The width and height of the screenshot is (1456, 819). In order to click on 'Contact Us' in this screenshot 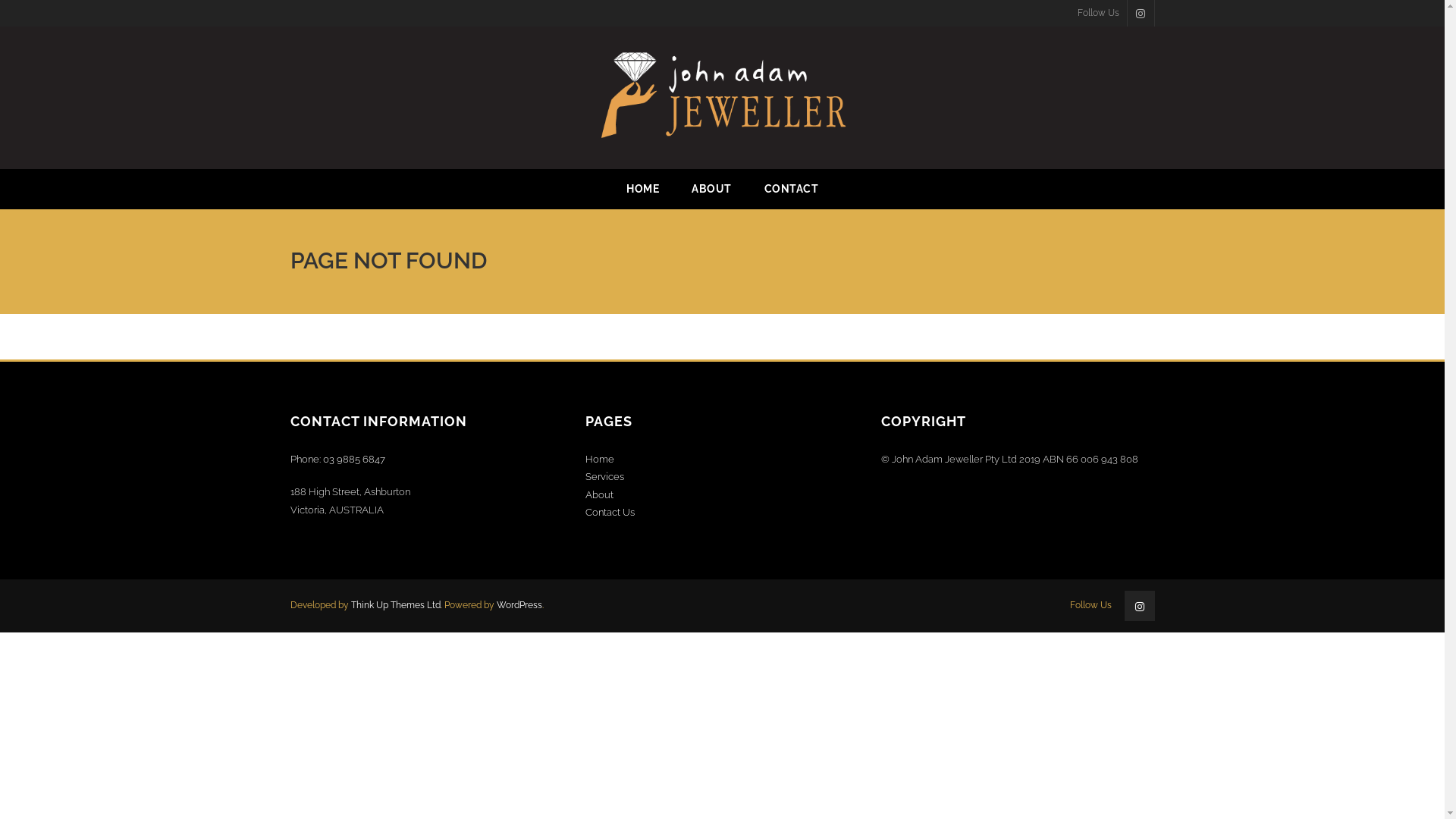, I will do `click(610, 512)`.